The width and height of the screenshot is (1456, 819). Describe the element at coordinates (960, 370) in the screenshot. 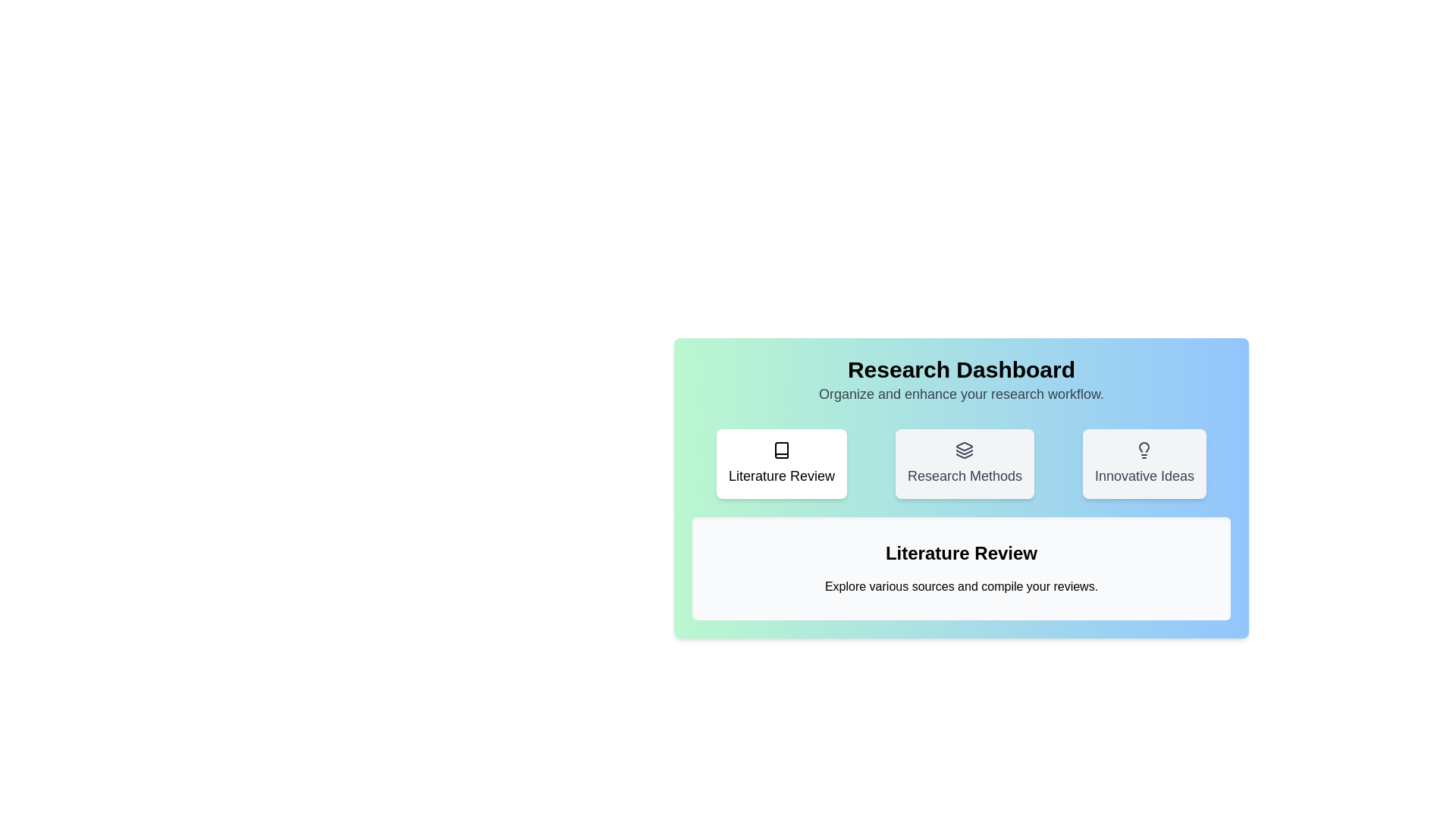

I see `the header text 'Research Dashboard'` at that location.